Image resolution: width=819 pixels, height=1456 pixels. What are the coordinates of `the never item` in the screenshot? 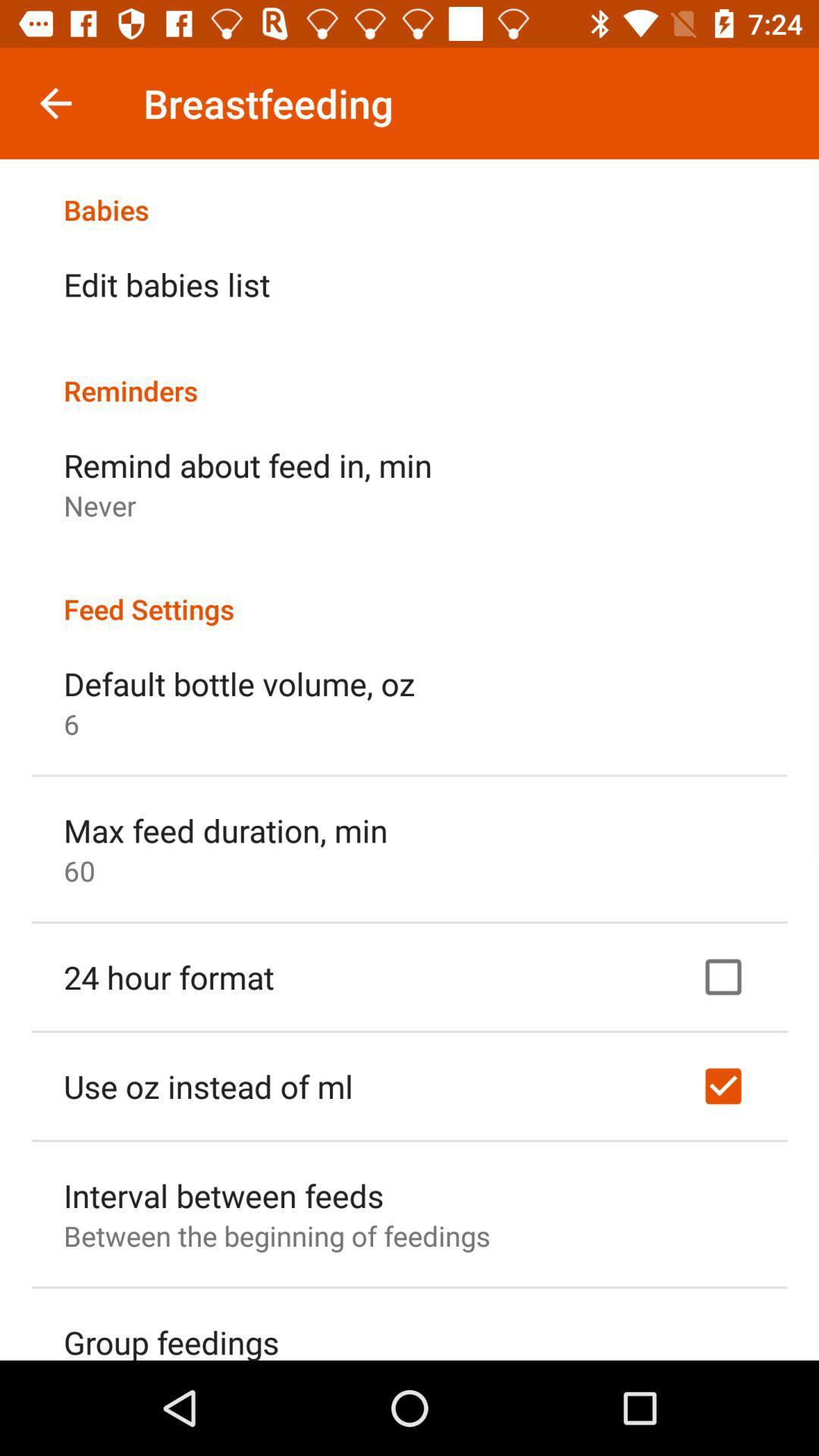 It's located at (99, 505).